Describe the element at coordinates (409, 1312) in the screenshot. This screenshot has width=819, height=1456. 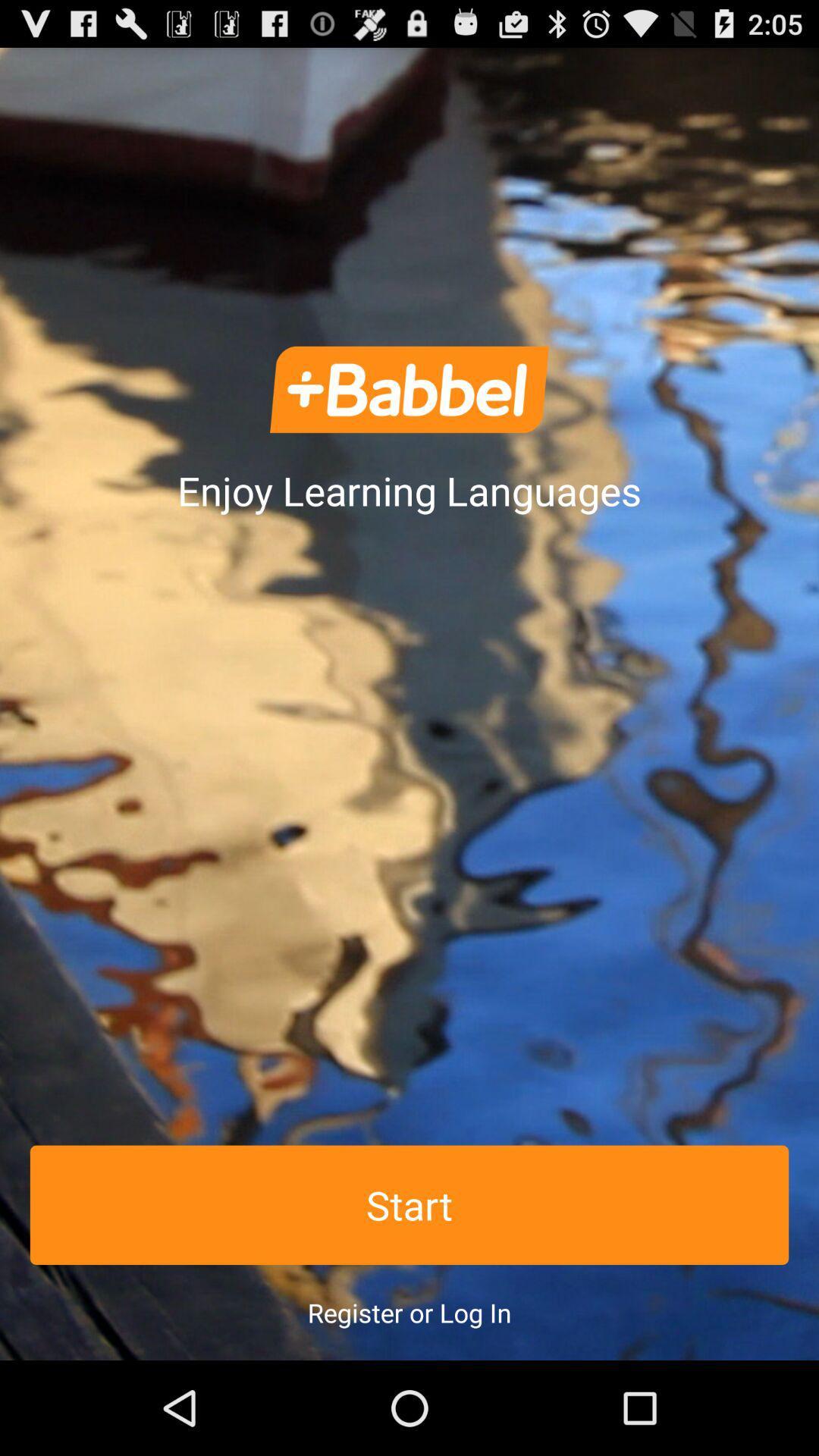
I see `icon below start item` at that location.